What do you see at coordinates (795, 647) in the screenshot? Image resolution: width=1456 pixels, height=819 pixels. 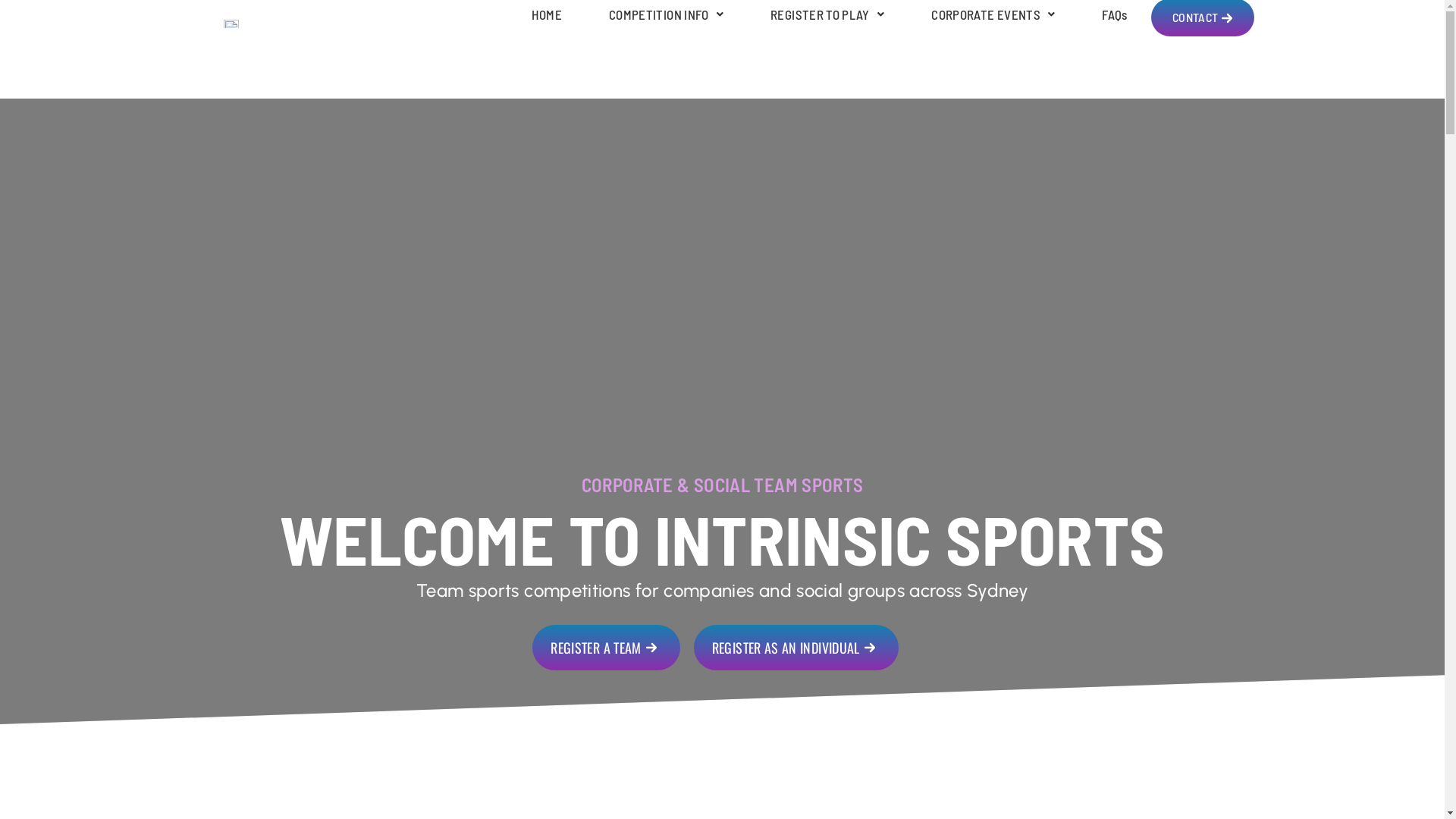 I see `'REGISTER AS AN INDIVIDUAL'` at bounding box center [795, 647].